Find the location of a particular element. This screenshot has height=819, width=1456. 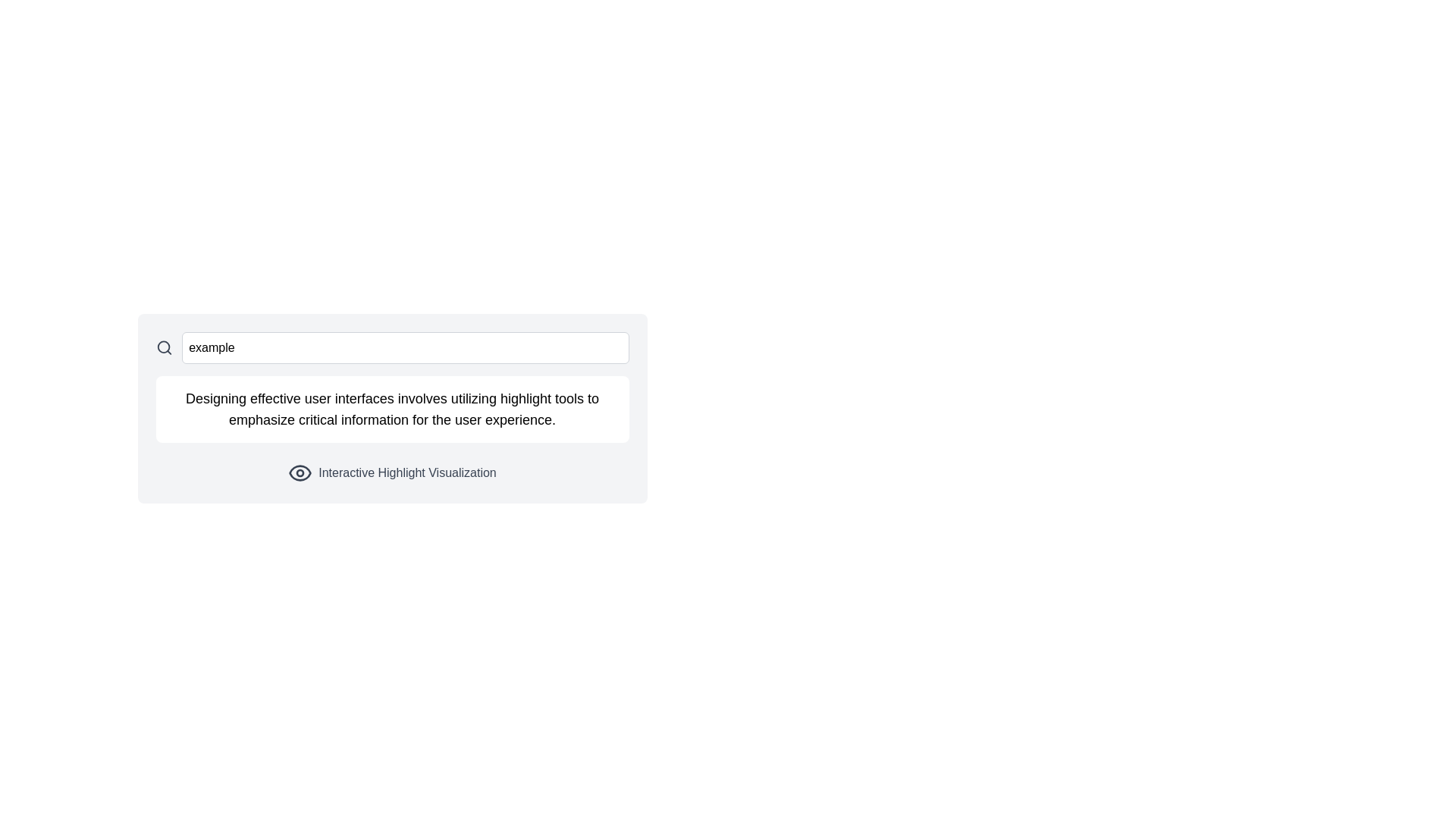

the eye icon, which is styled with thick, rounded strokes and positioned is located at coordinates (300, 472).